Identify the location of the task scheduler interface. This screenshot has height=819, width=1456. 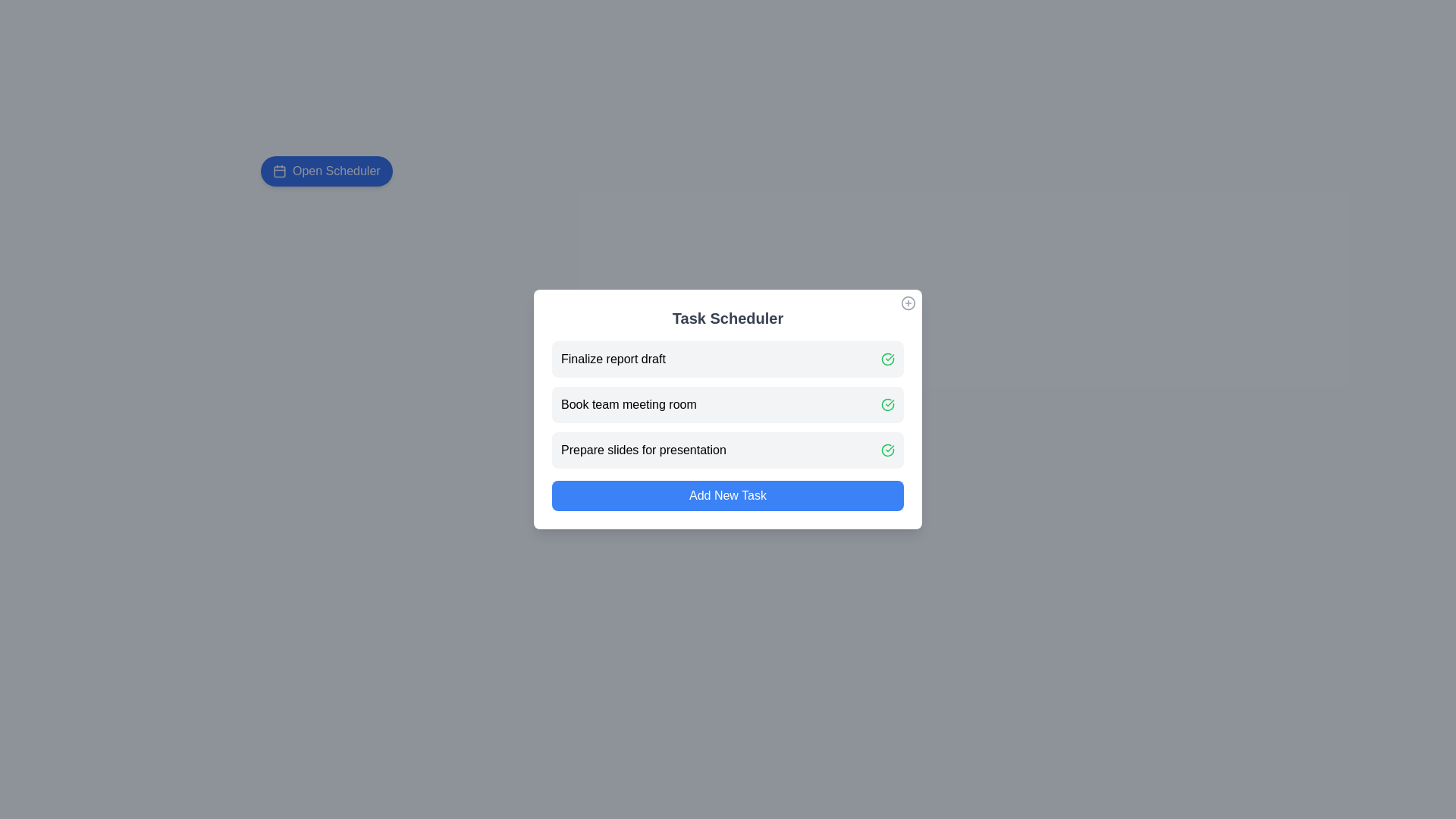
(728, 409).